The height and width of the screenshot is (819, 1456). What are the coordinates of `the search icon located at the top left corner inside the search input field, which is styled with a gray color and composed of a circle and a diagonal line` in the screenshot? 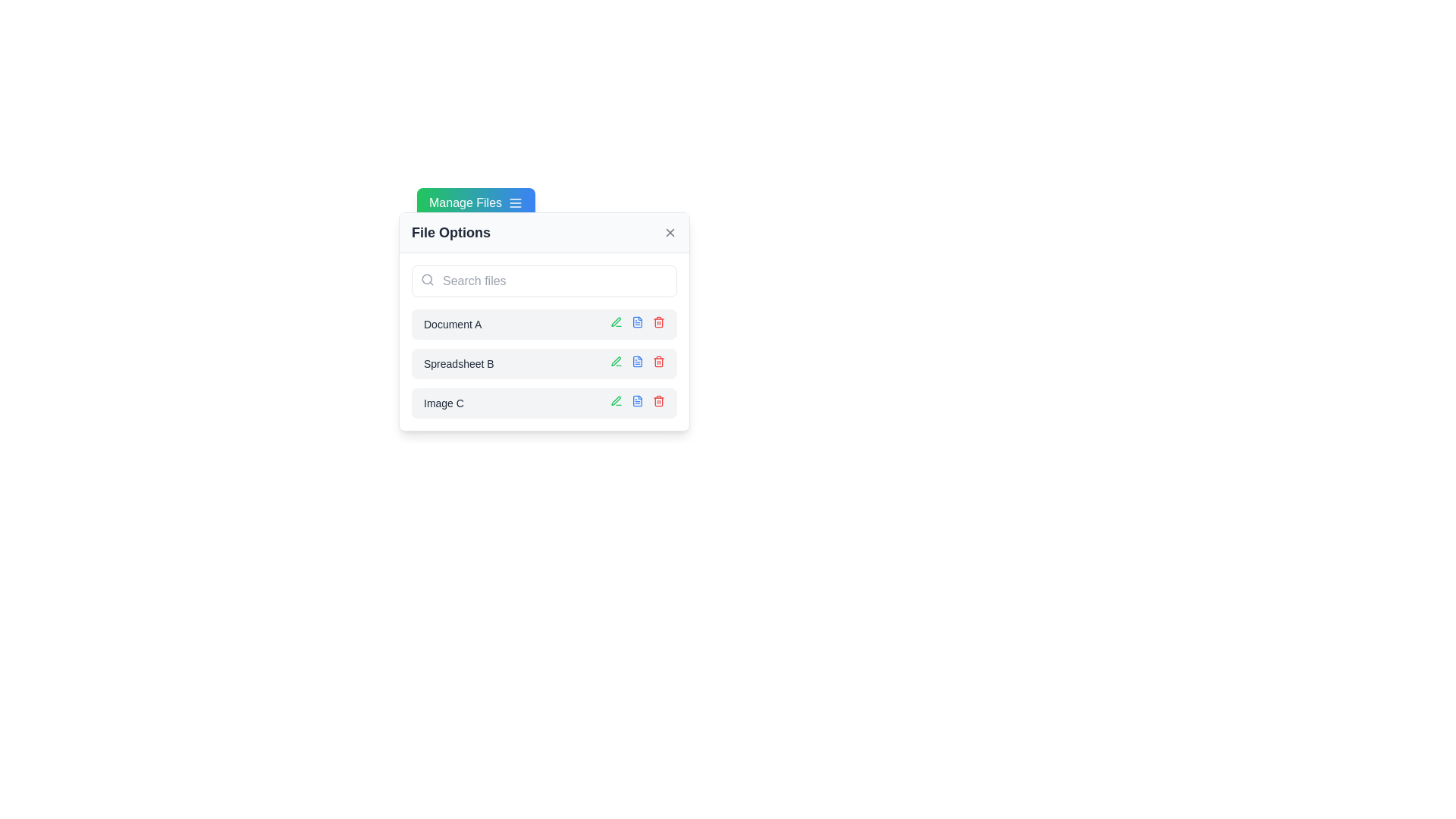 It's located at (427, 280).